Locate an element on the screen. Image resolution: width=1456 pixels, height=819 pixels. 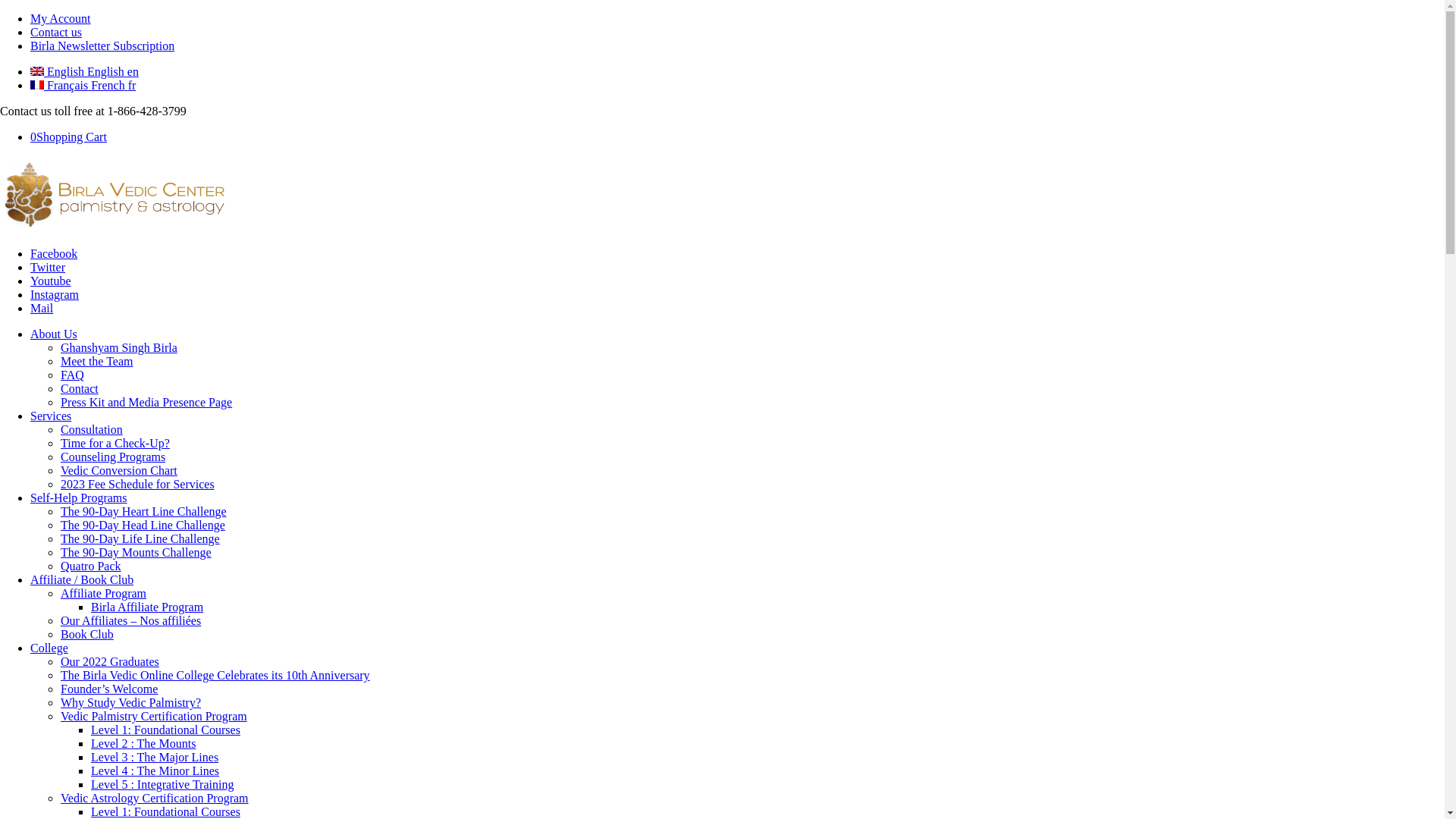
'FAQ' is located at coordinates (71, 375).